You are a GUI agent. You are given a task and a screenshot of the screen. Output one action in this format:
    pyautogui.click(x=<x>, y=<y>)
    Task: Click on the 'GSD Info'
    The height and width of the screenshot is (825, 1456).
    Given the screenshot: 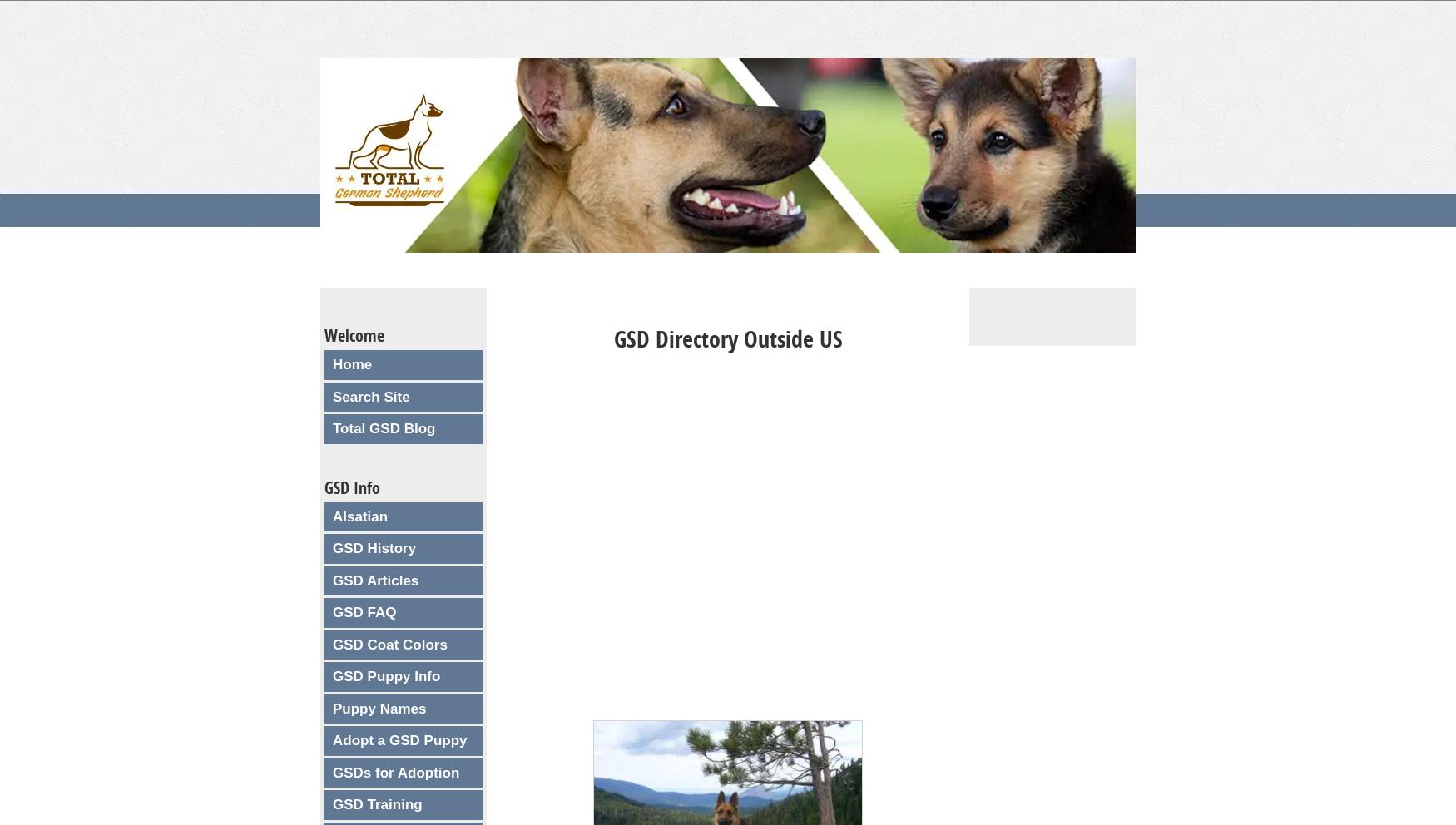 What is the action you would take?
    pyautogui.click(x=351, y=486)
    